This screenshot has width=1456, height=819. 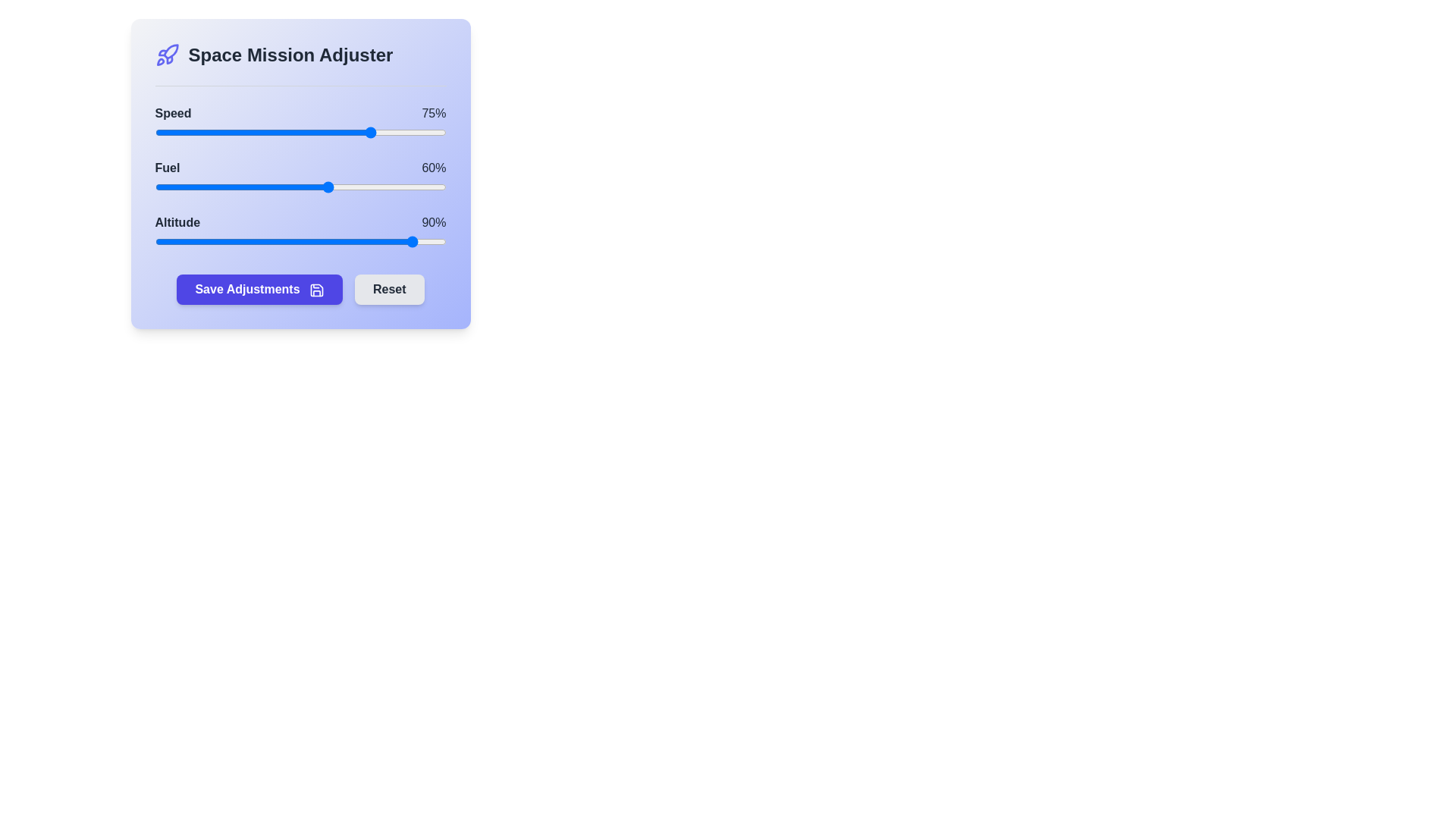 I want to click on the 0 slider to 53%, so click(x=309, y=131).